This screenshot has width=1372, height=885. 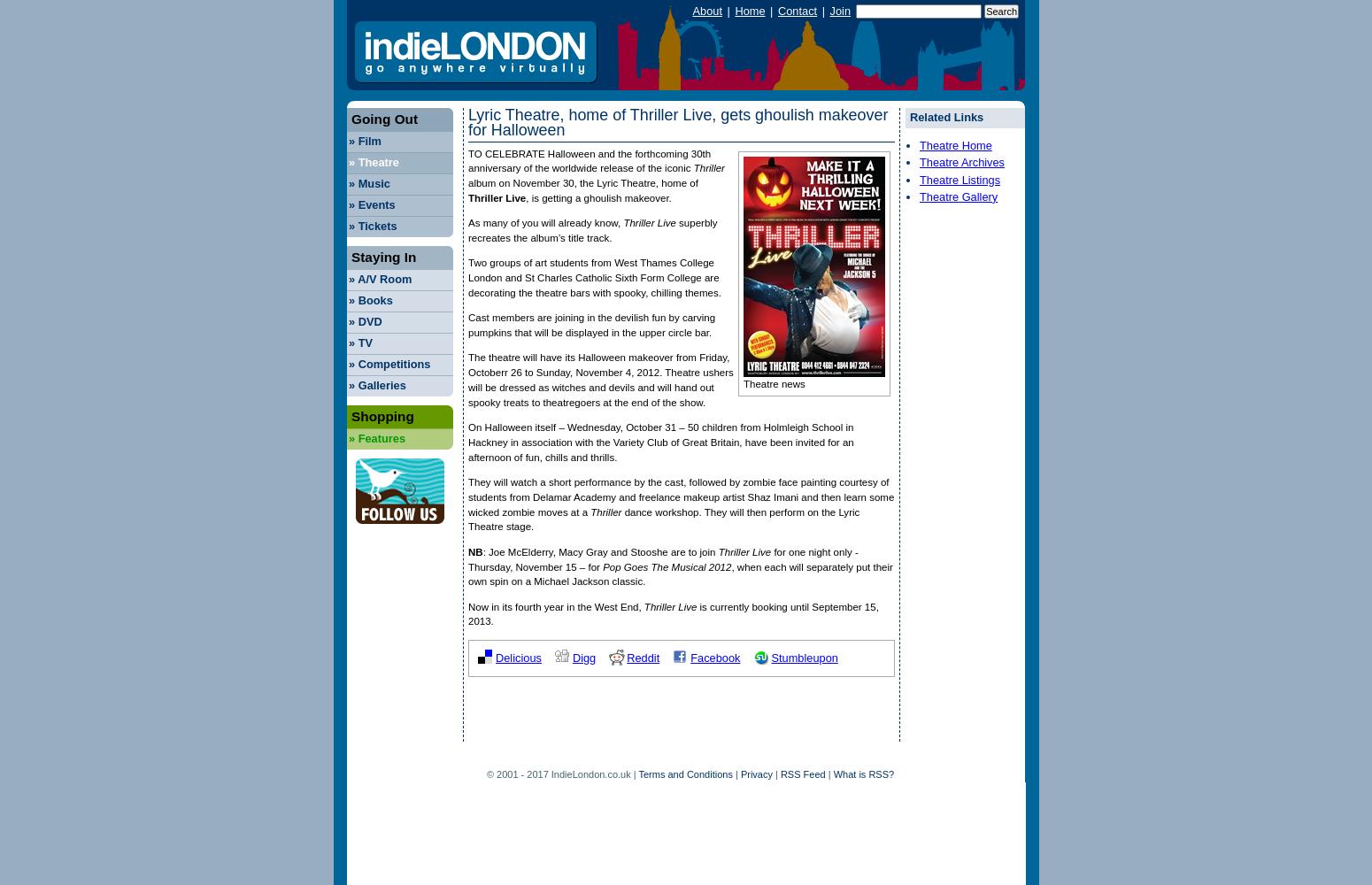 What do you see at coordinates (497, 196) in the screenshot?
I see `'Thriller Live'` at bounding box center [497, 196].